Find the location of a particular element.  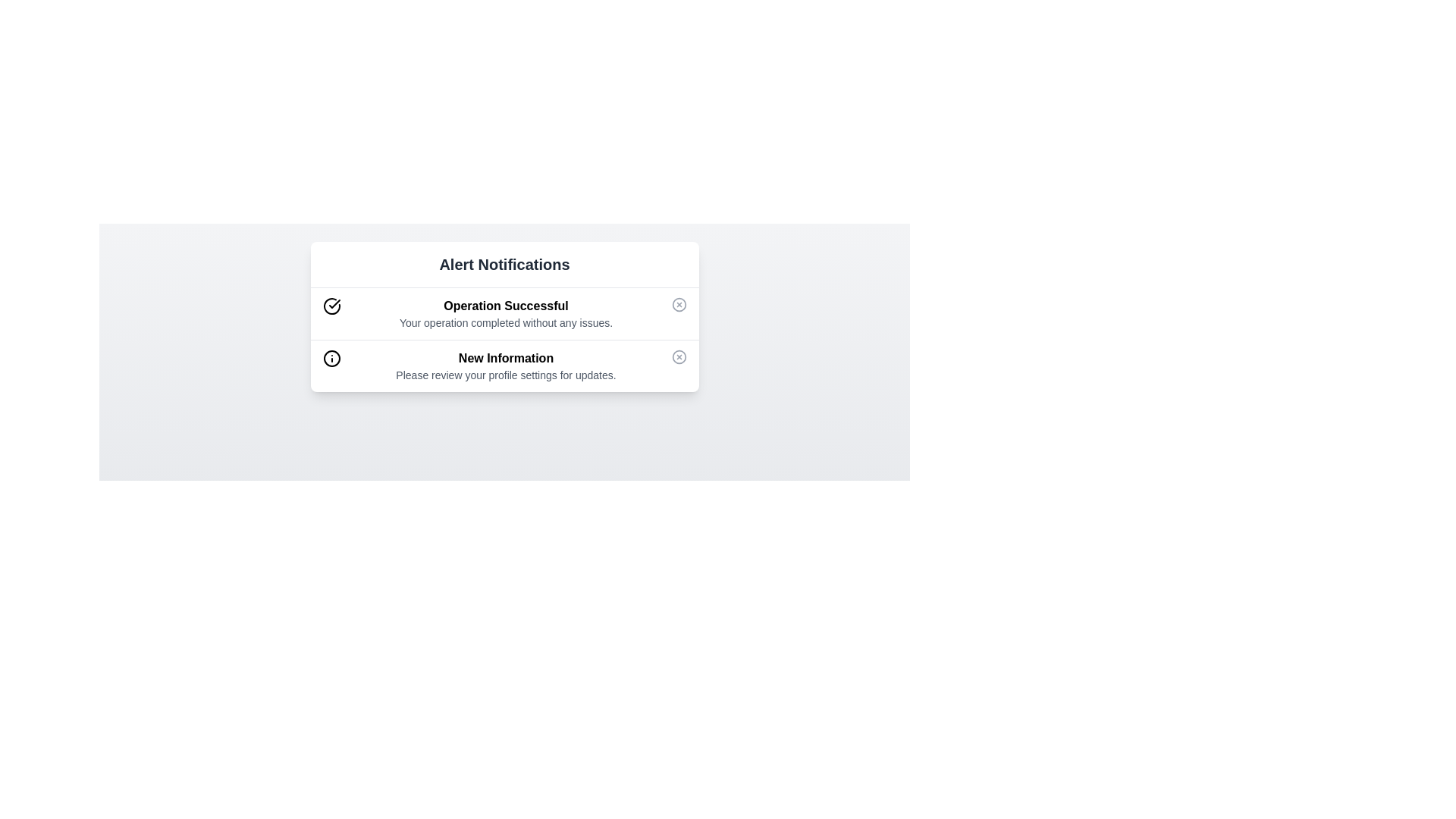

the SVG Circle element that represents the dismiss or close functionality of the 'Operation Successful' notification is located at coordinates (678, 304).